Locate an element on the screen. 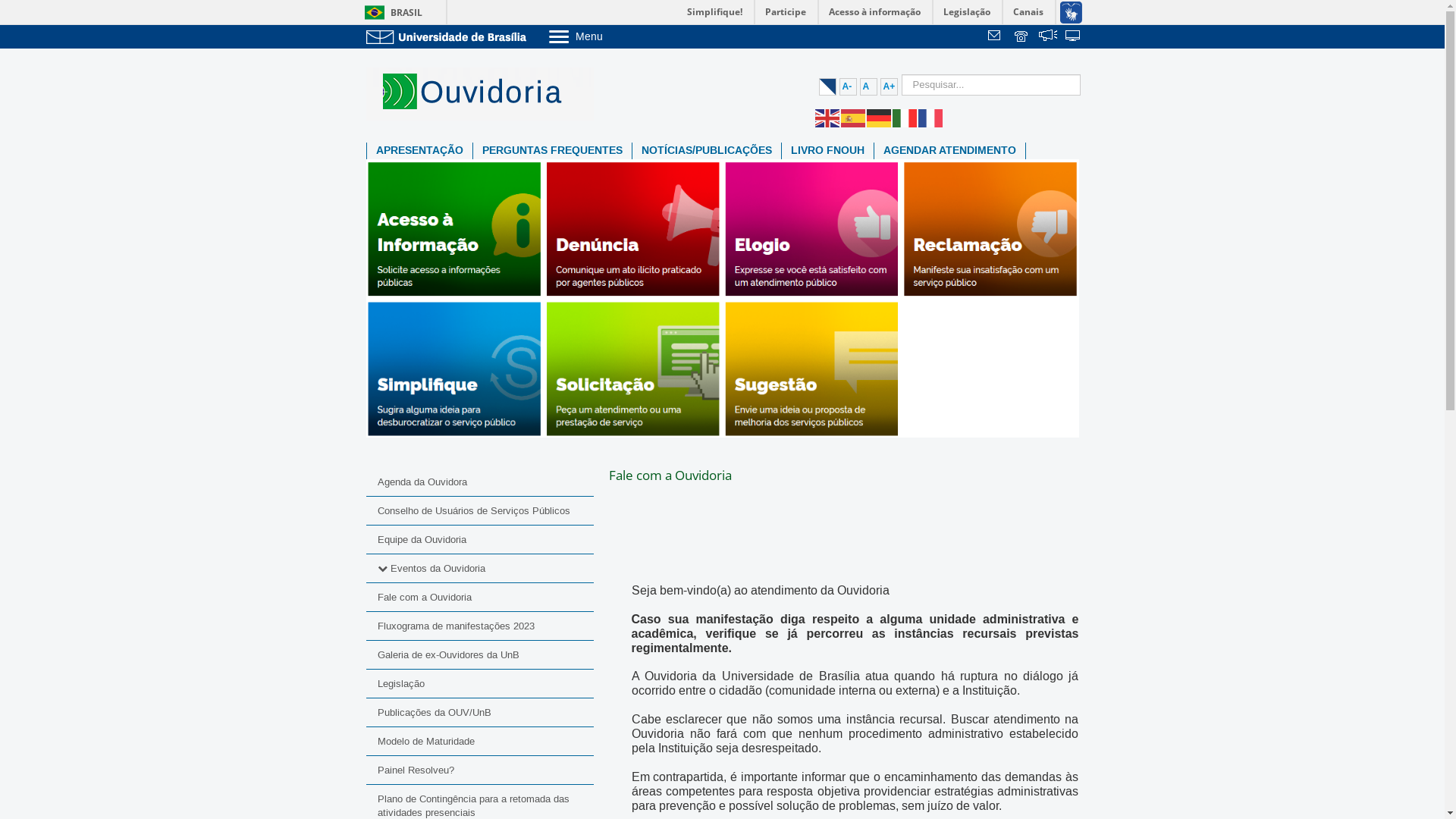 The image size is (1456, 819). 'Telefones da UnB' is located at coordinates (1022, 36).